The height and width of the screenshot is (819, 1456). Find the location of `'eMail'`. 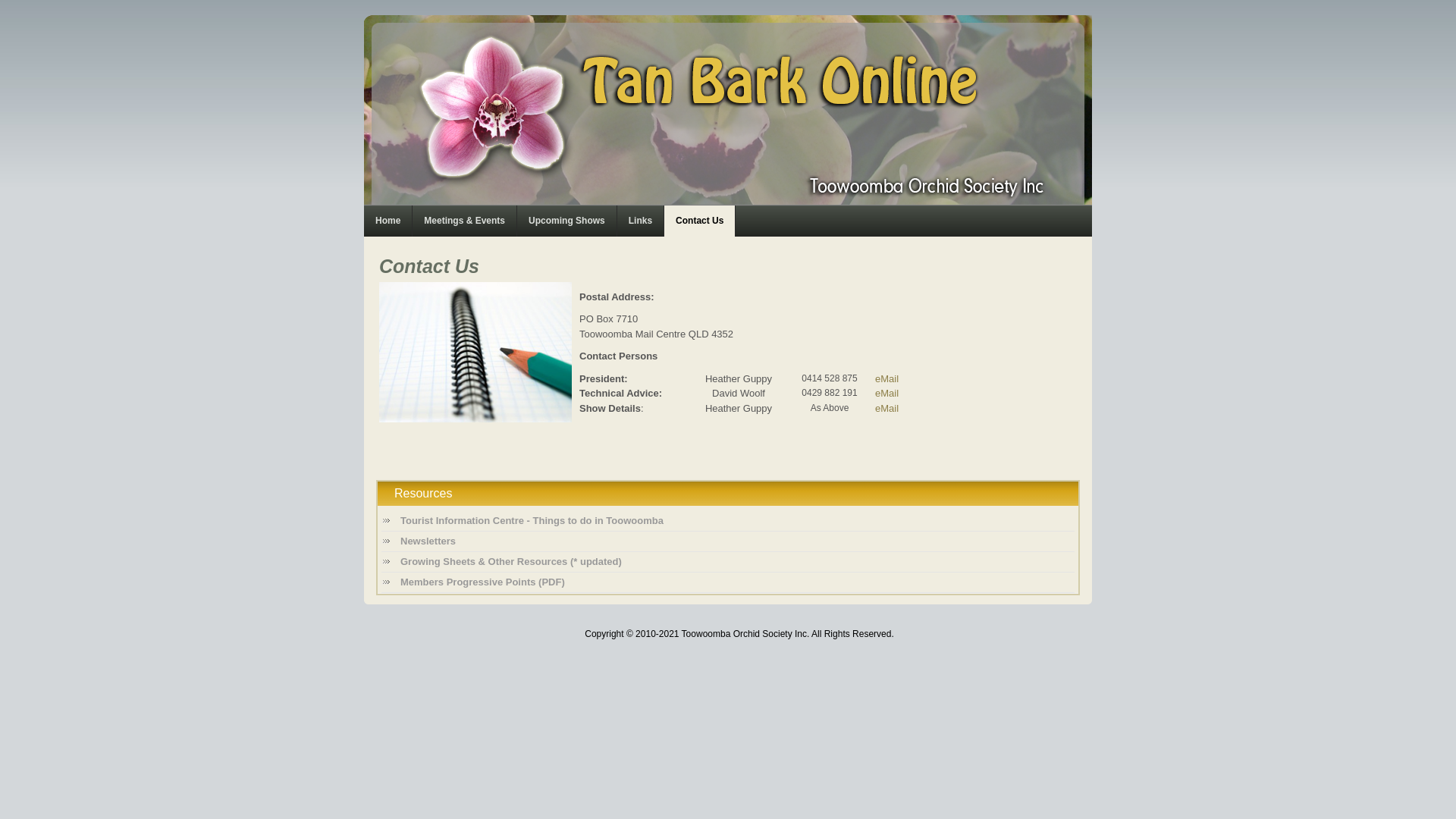

'eMail' is located at coordinates (886, 392).